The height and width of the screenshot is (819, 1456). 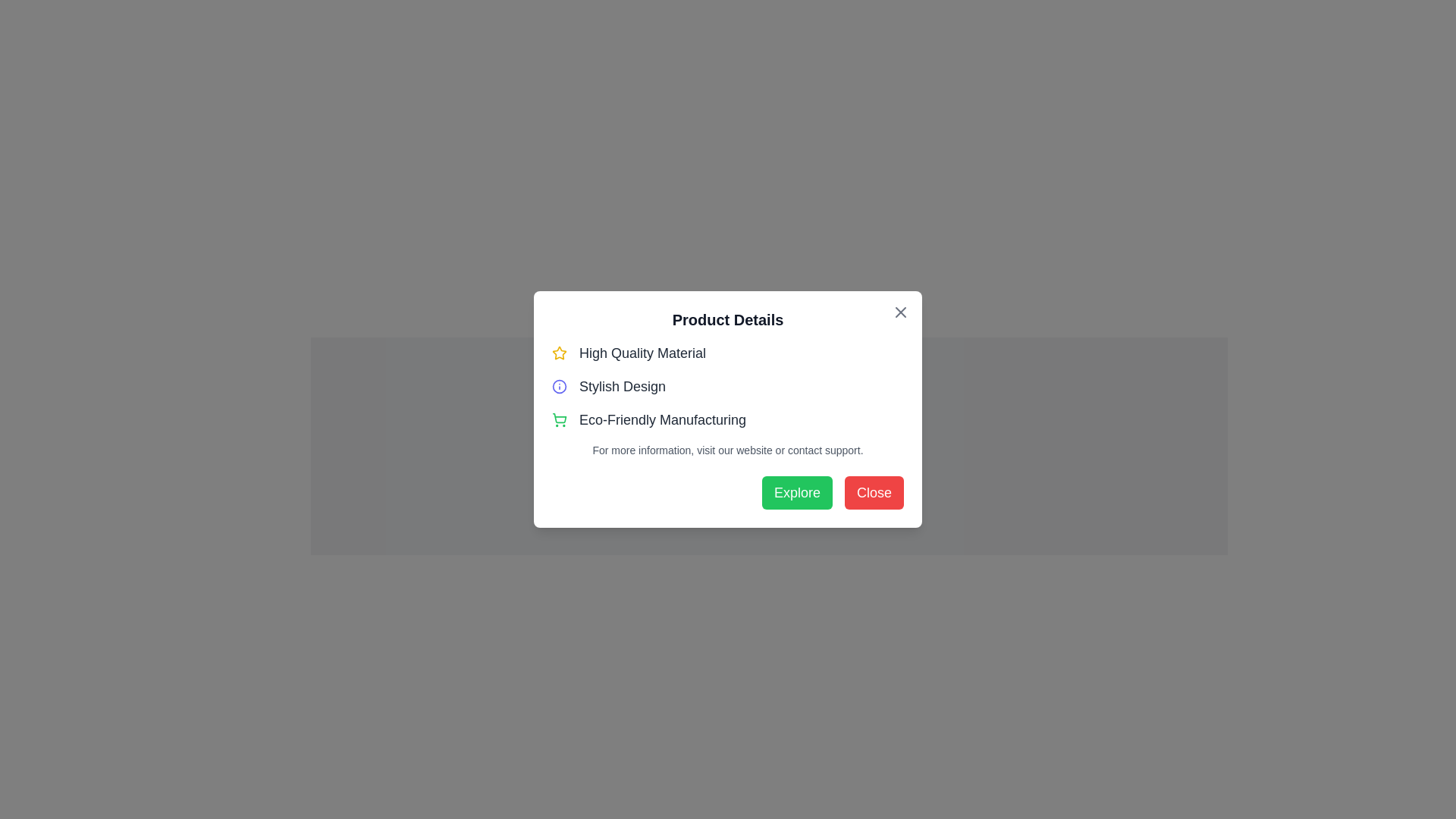 I want to click on the second row descriptive list item highlighting 'Stylish Design' in the central modal, which is located between 'High Quality Material' and 'Eco-Friendly Manufacturing', so click(x=728, y=385).